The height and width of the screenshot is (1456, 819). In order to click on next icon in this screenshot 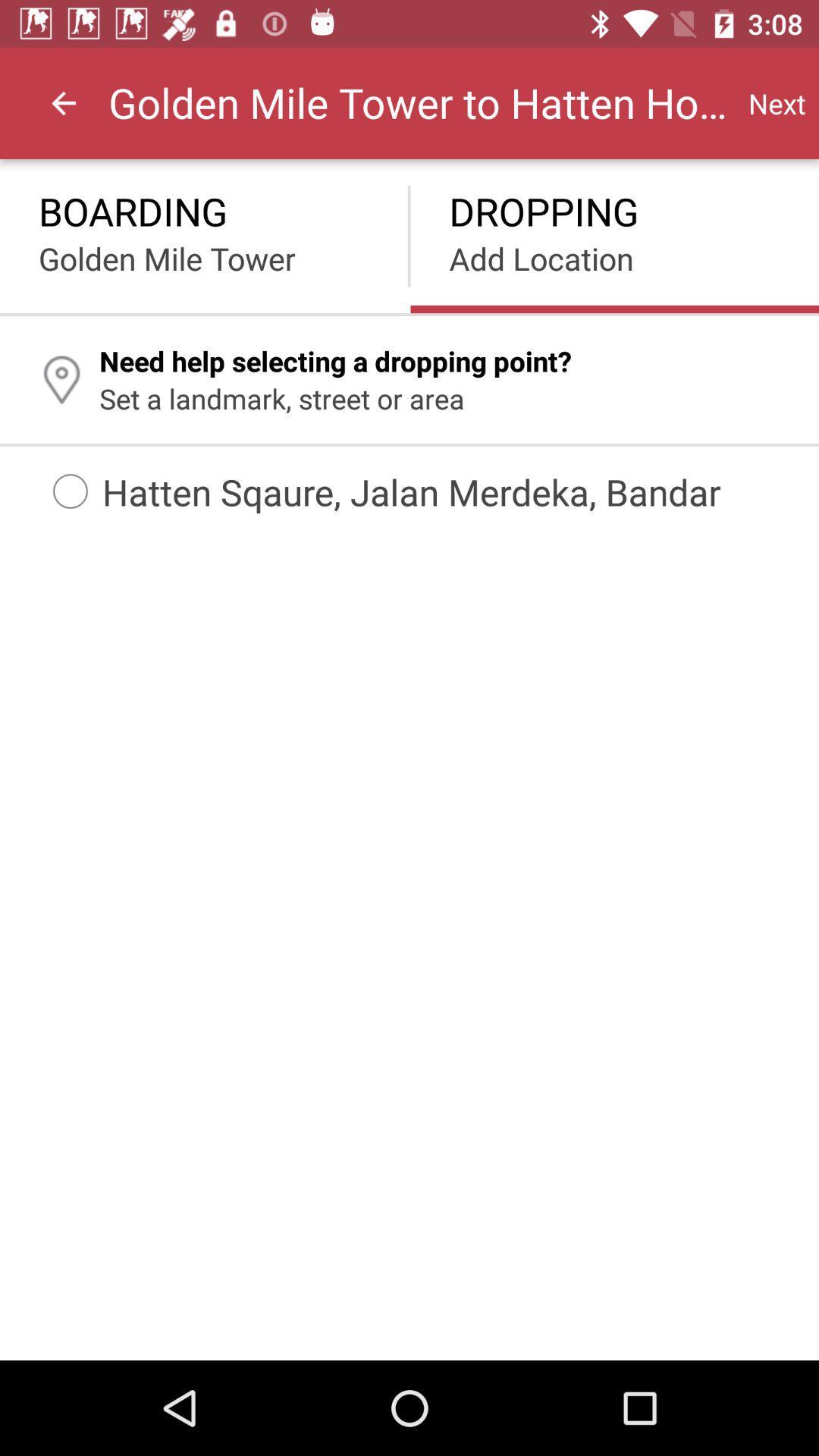, I will do `click(777, 102)`.